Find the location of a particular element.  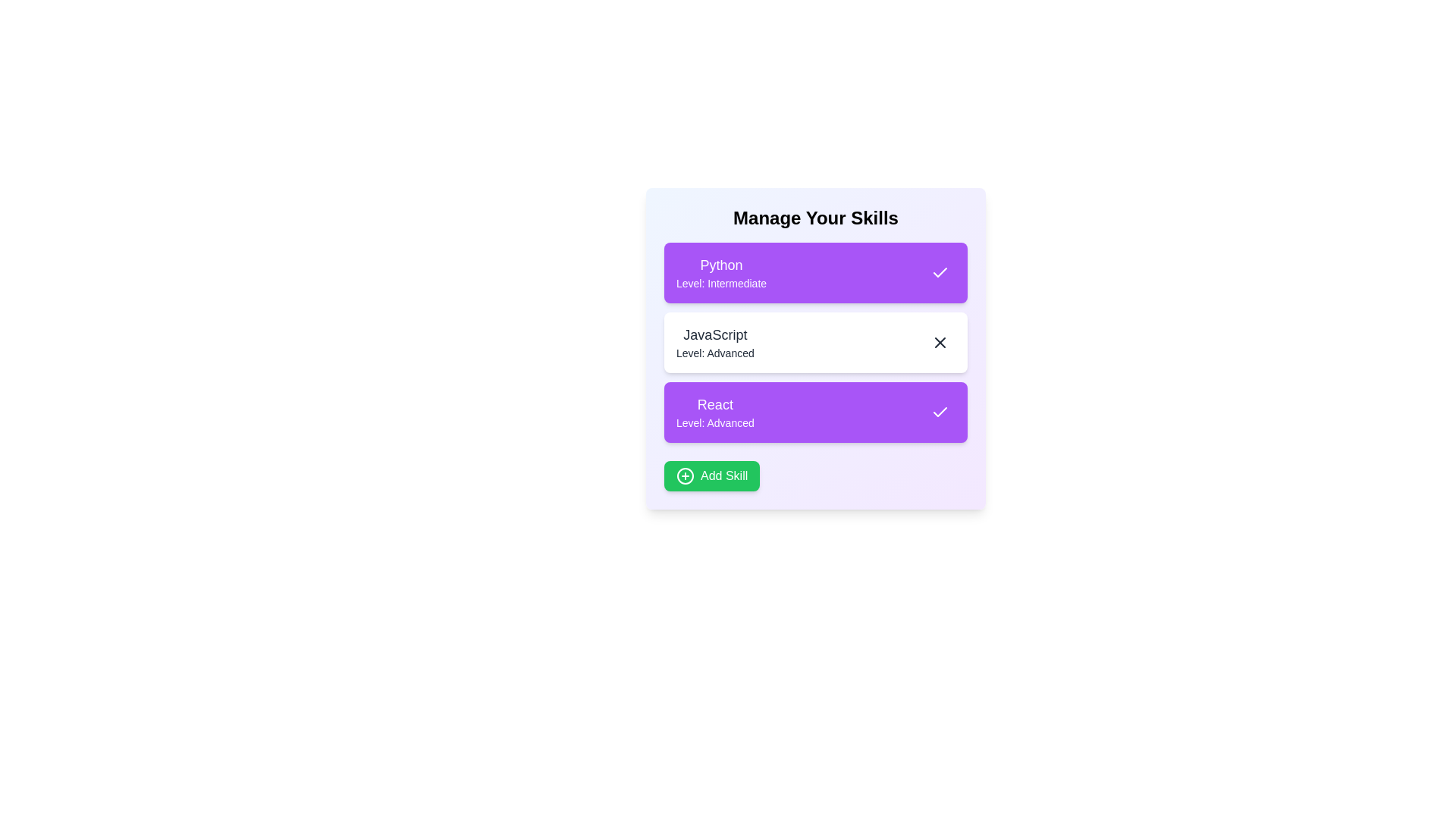

the skill React is located at coordinates (939, 412).